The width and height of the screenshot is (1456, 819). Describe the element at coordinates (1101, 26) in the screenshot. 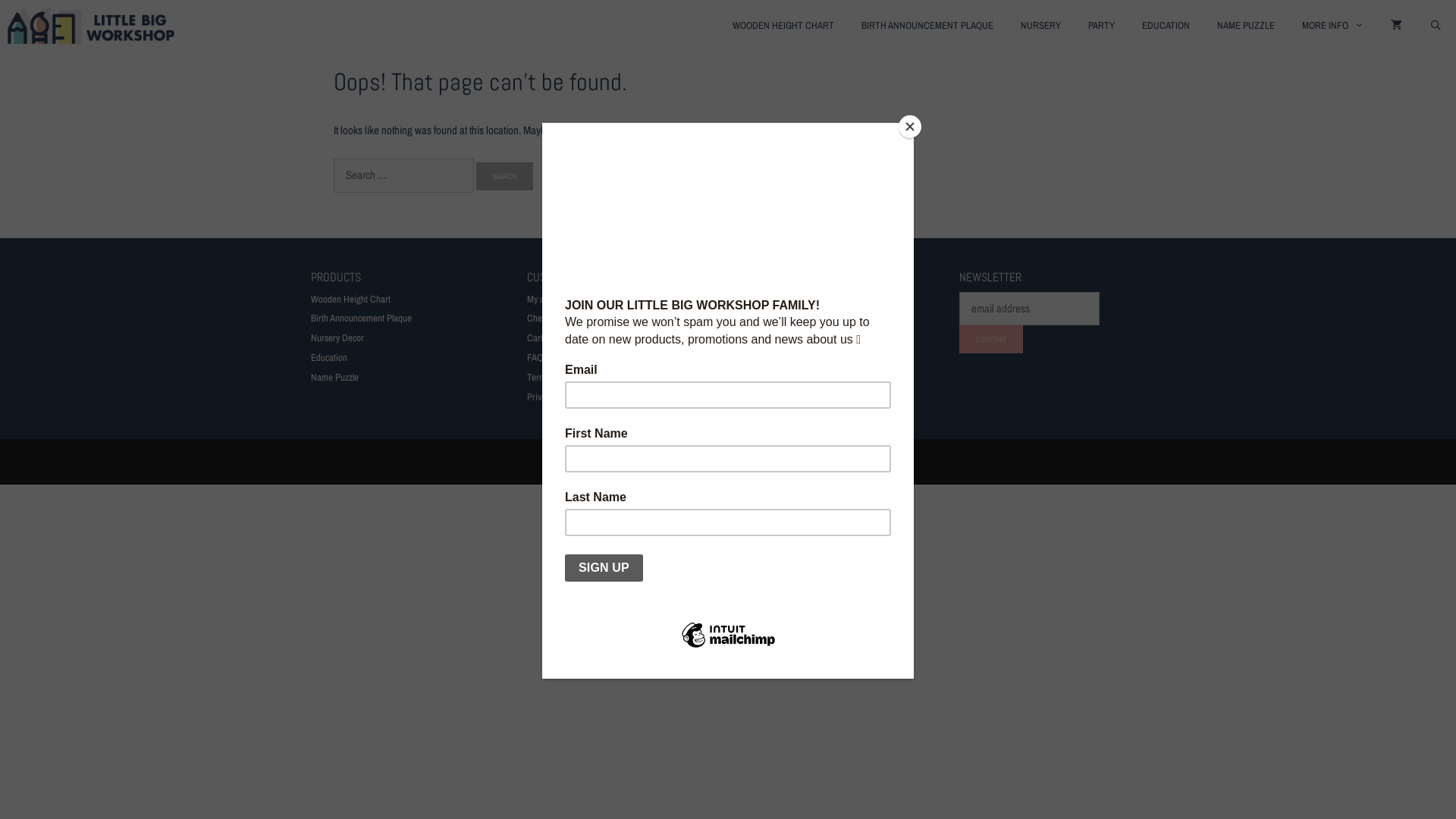

I see `'PARTY'` at that location.